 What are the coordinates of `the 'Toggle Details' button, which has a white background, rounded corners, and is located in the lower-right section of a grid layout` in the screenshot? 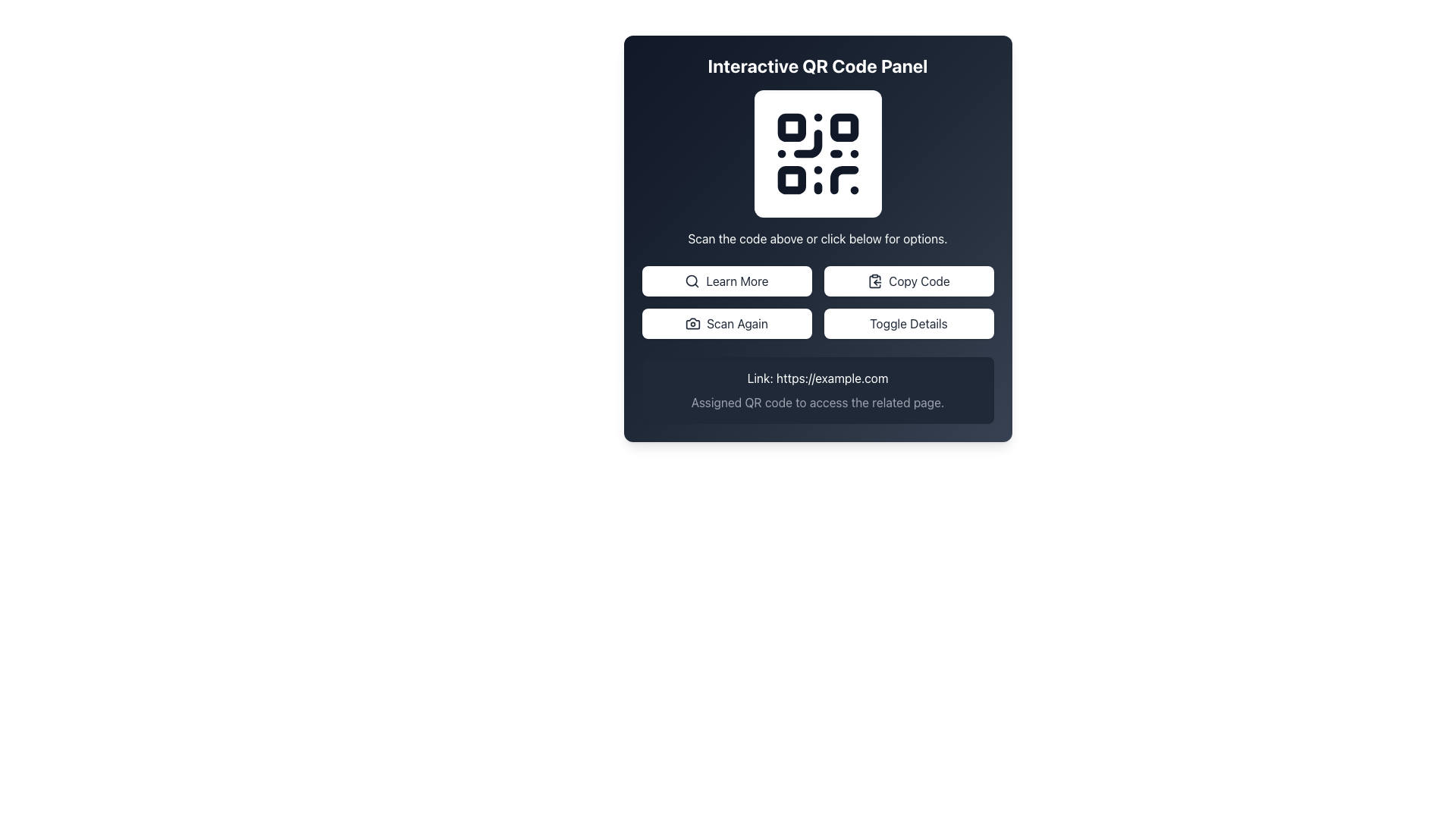 It's located at (908, 323).